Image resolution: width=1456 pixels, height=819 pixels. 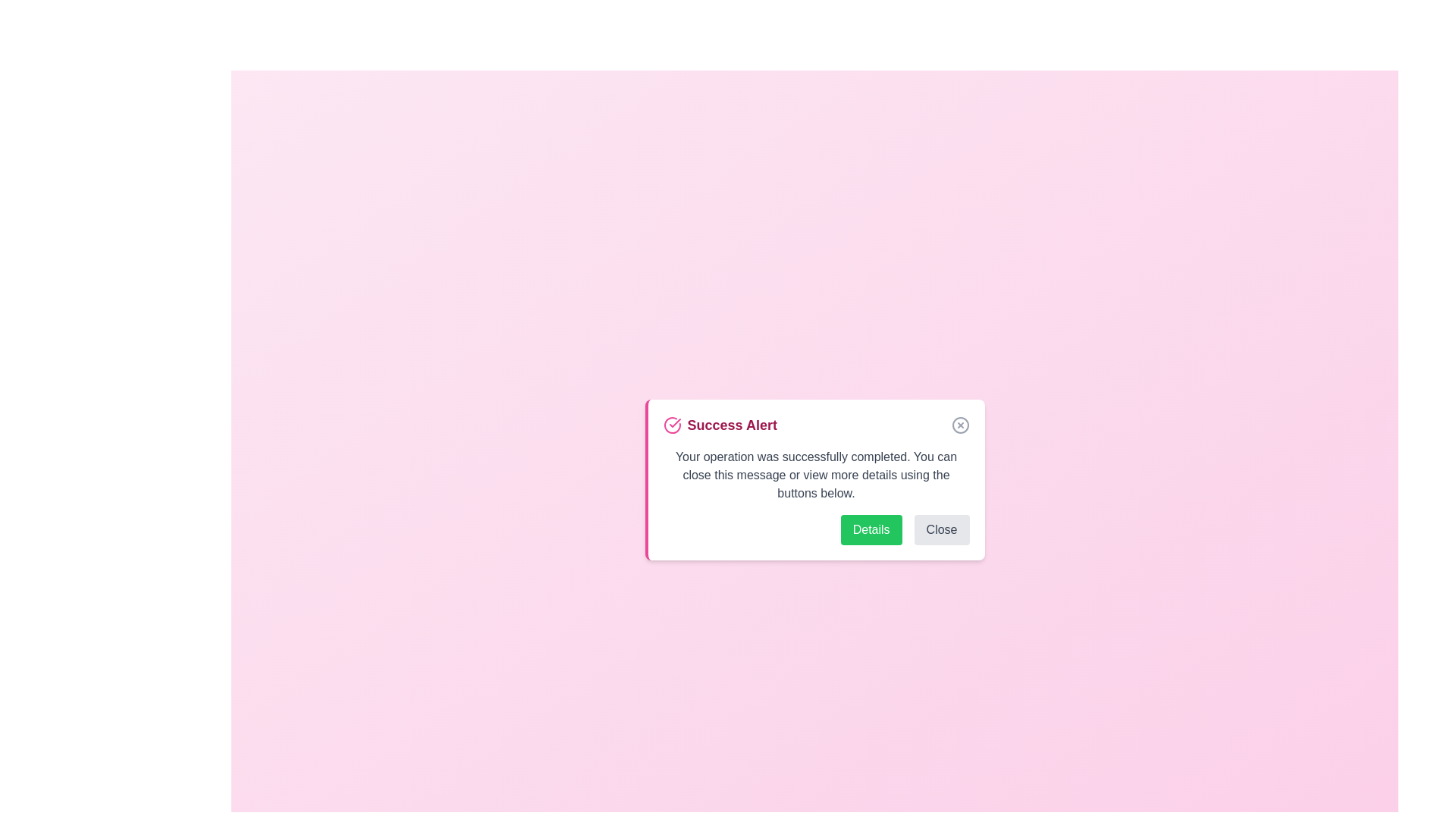 What do you see at coordinates (959, 425) in the screenshot?
I see `the close button to dismiss the alert` at bounding box center [959, 425].